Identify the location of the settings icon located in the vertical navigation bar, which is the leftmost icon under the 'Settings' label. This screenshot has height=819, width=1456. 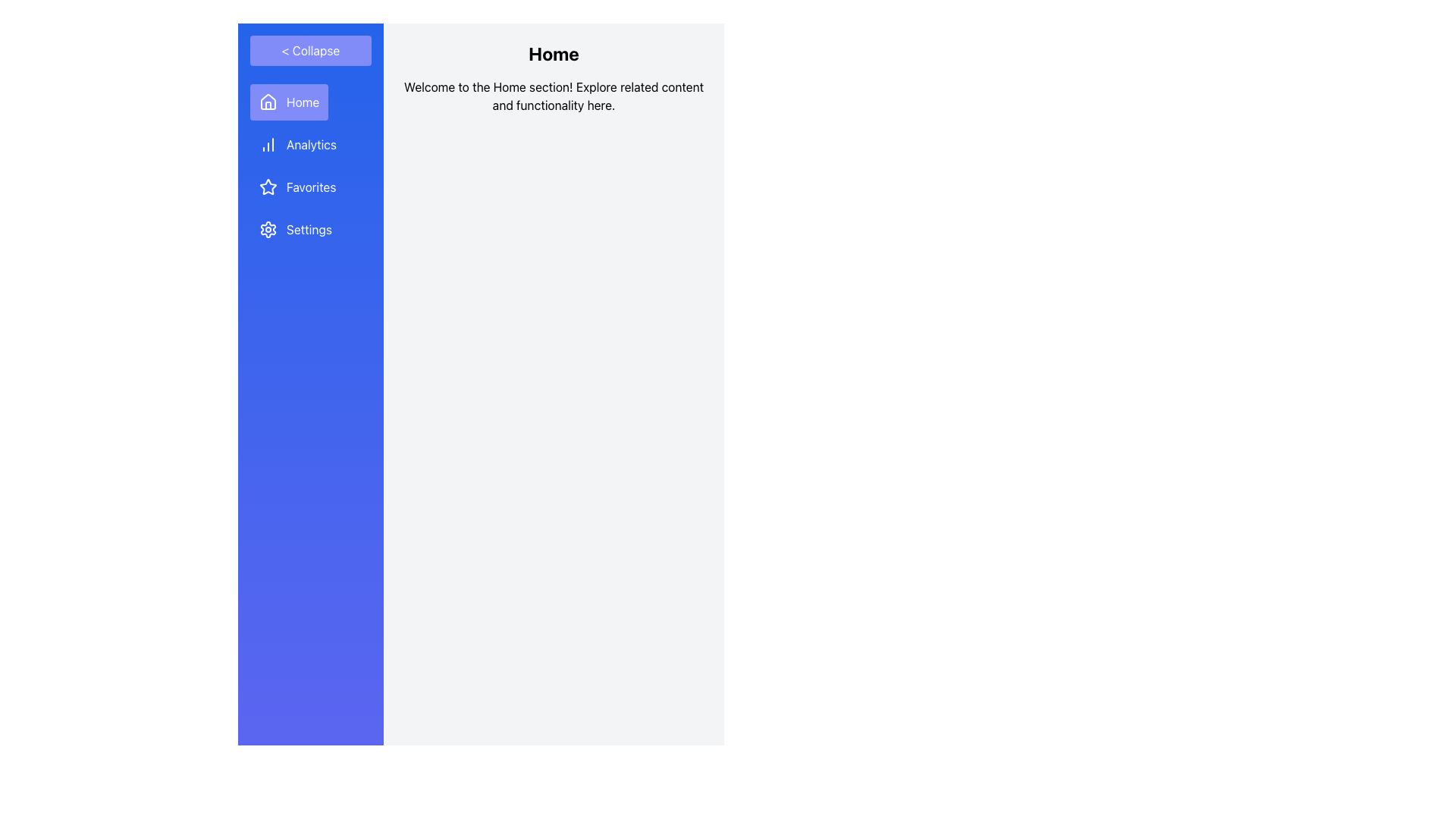
(268, 230).